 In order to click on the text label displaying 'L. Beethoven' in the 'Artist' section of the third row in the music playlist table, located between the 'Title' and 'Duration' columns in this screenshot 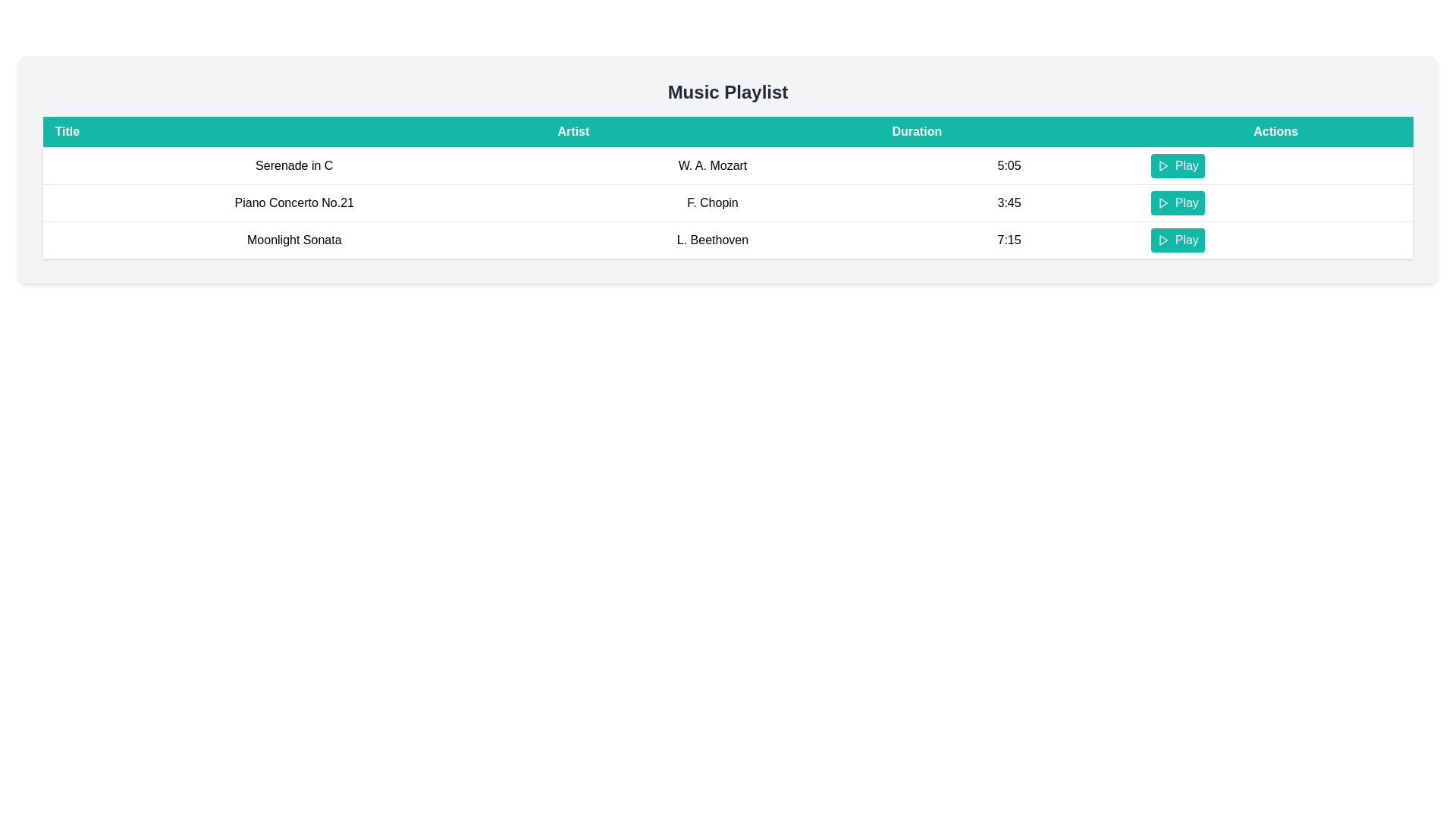, I will do `click(712, 239)`.